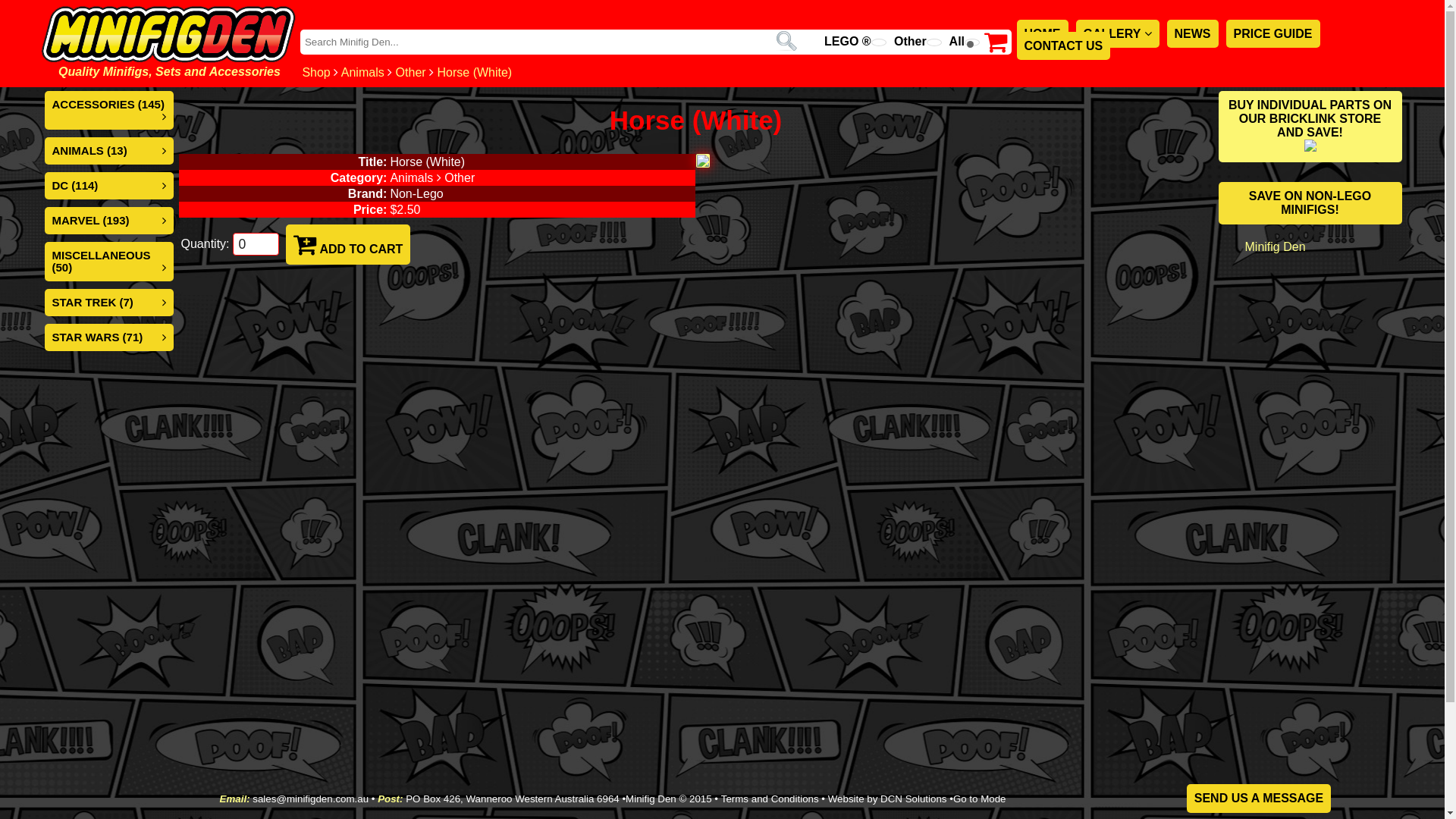  I want to click on 'Shop', so click(315, 72).